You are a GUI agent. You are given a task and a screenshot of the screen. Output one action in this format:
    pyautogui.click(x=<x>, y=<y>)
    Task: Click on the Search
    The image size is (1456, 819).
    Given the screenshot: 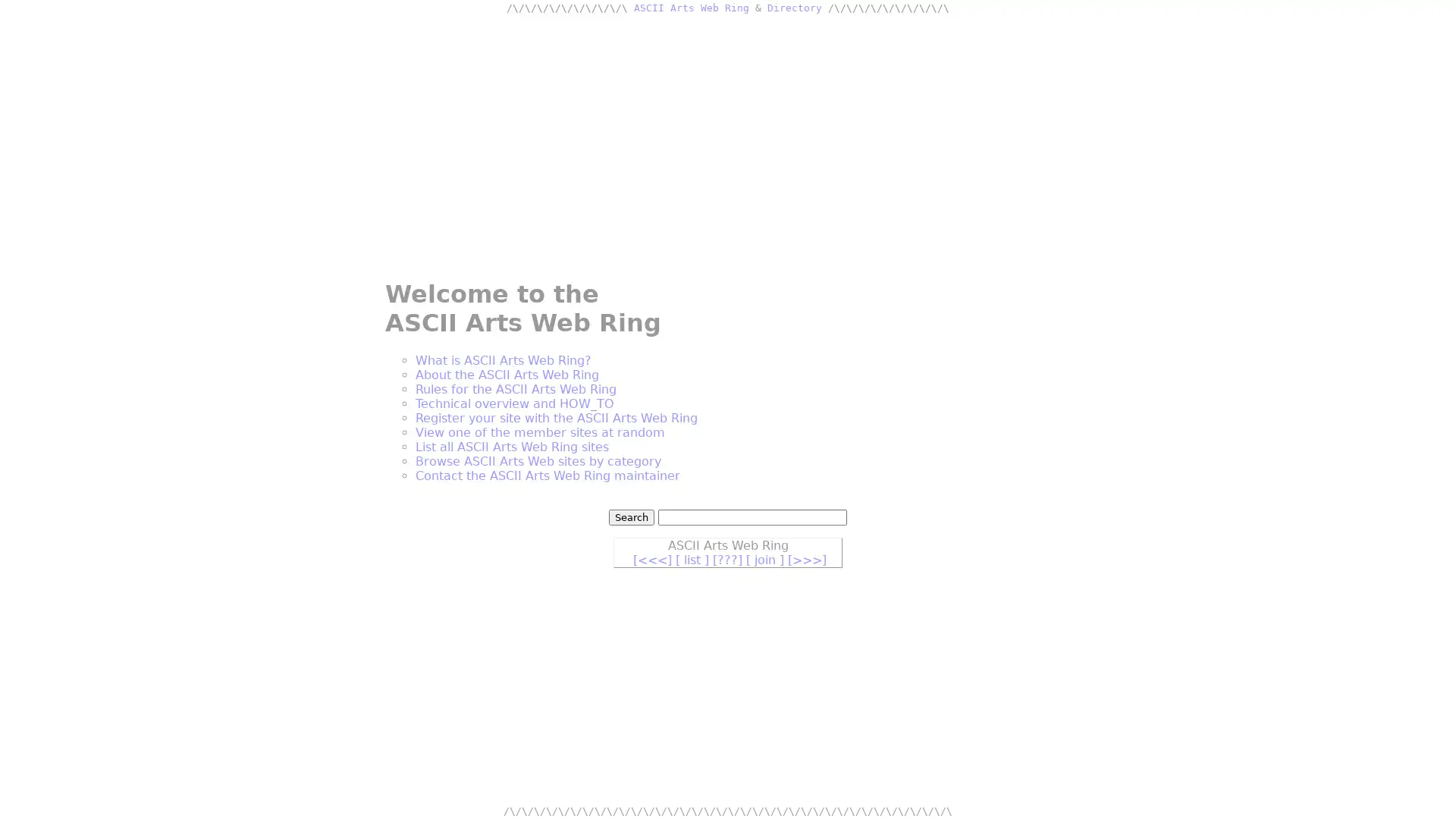 What is the action you would take?
    pyautogui.click(x=632, y=516)
    